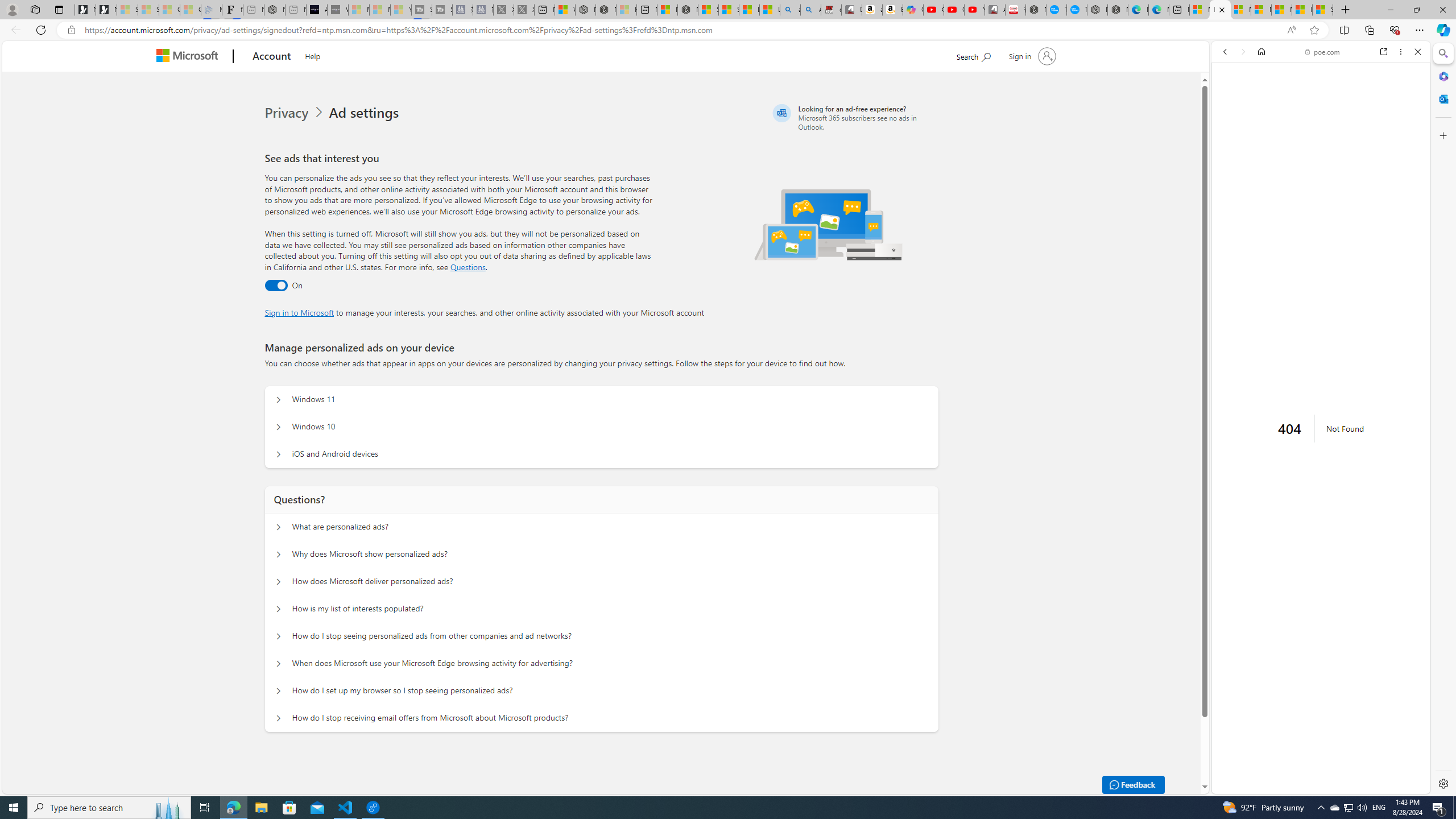 This screenshot has width=1456, height=819. I want to click on 'SEARCH TOOLS', so click(1350, 130).